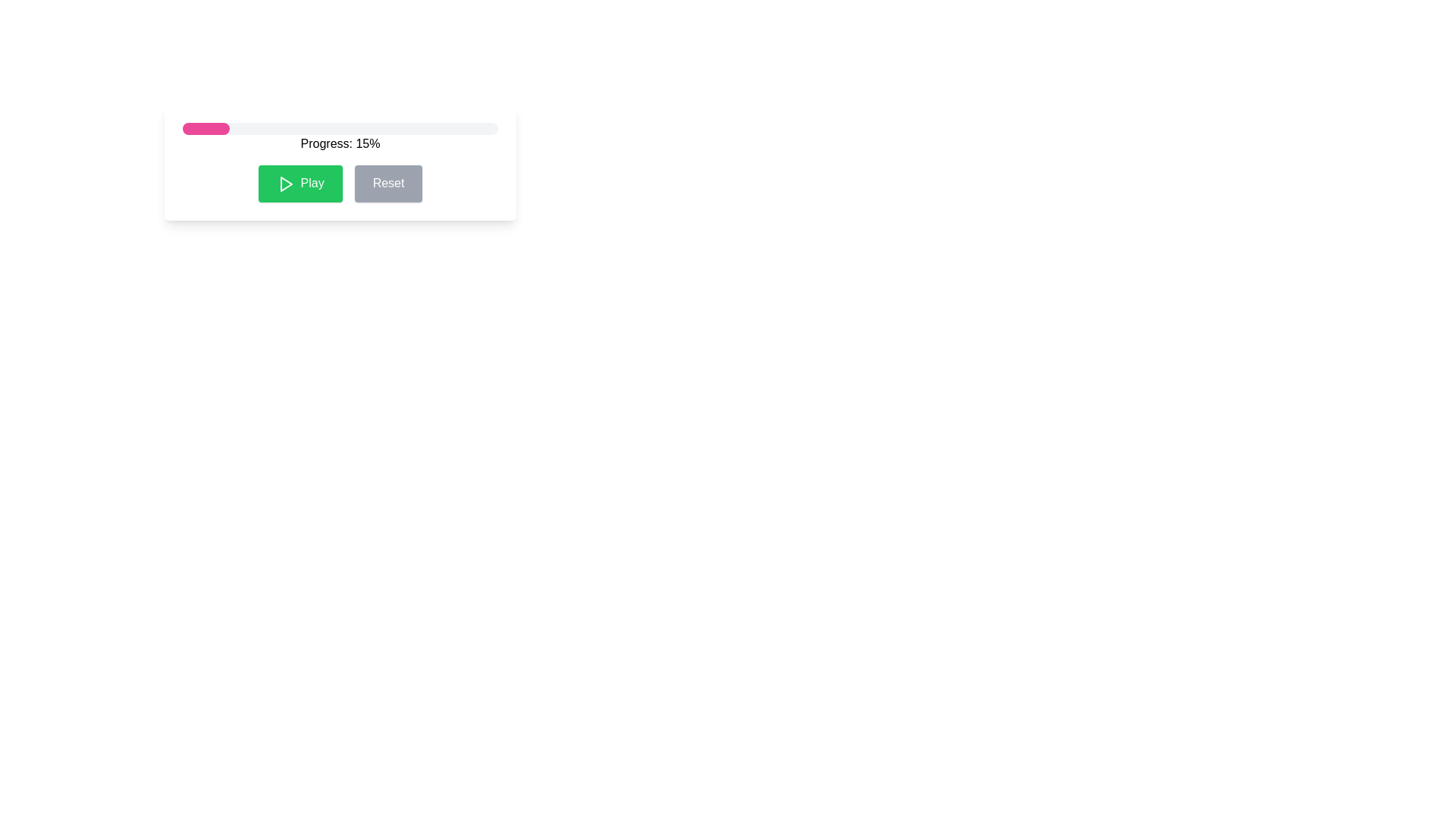  I want to click on the triangular play icon within the green 'Play' button to initiate play, so click(285, 183).